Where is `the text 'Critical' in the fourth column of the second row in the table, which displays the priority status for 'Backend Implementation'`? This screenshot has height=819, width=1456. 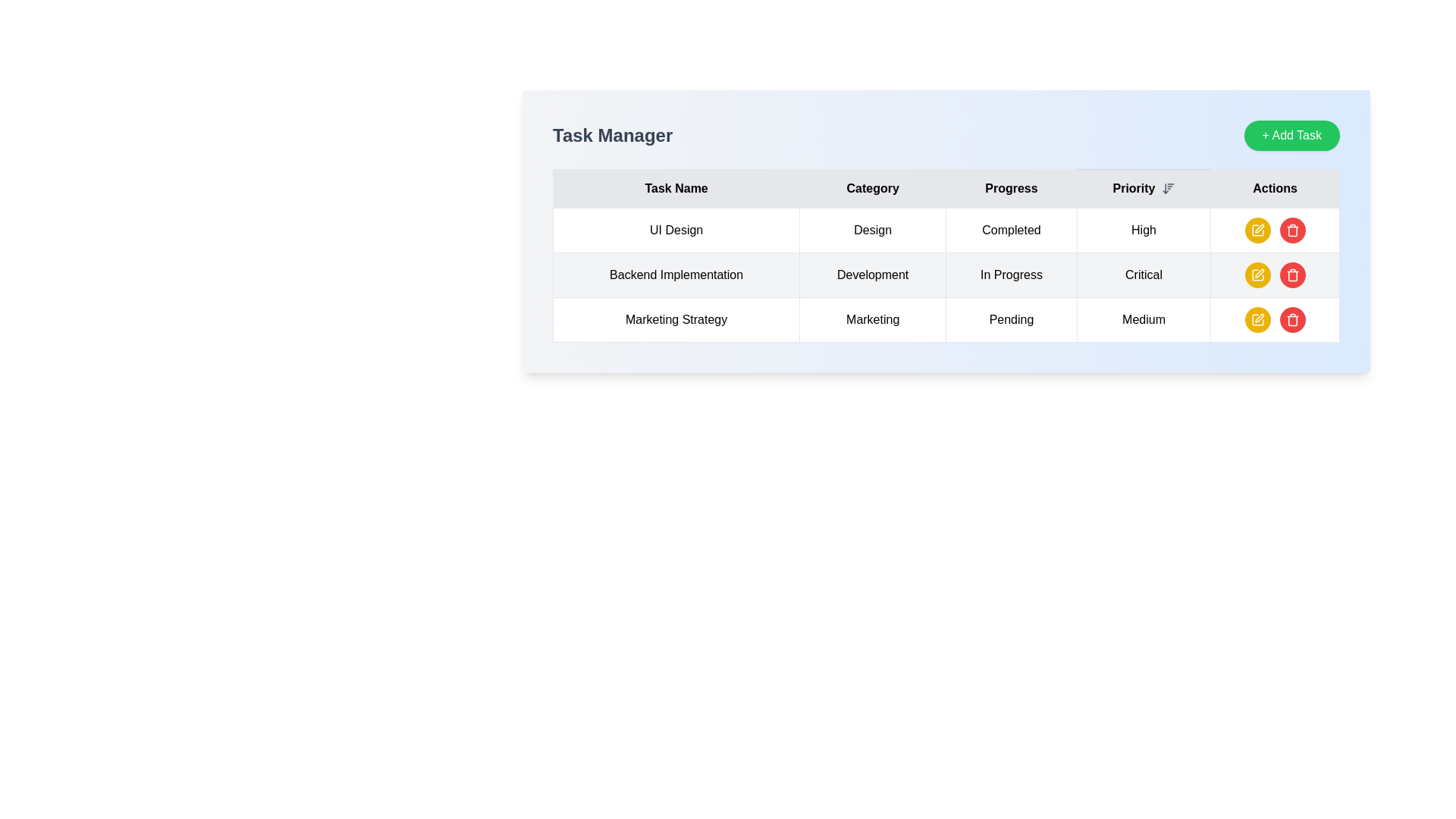 the text 'Critical' in the fourth column of the second row in the table, which displays the priority status for 'Backend Implementation' is located at coordinates (1143, 275).